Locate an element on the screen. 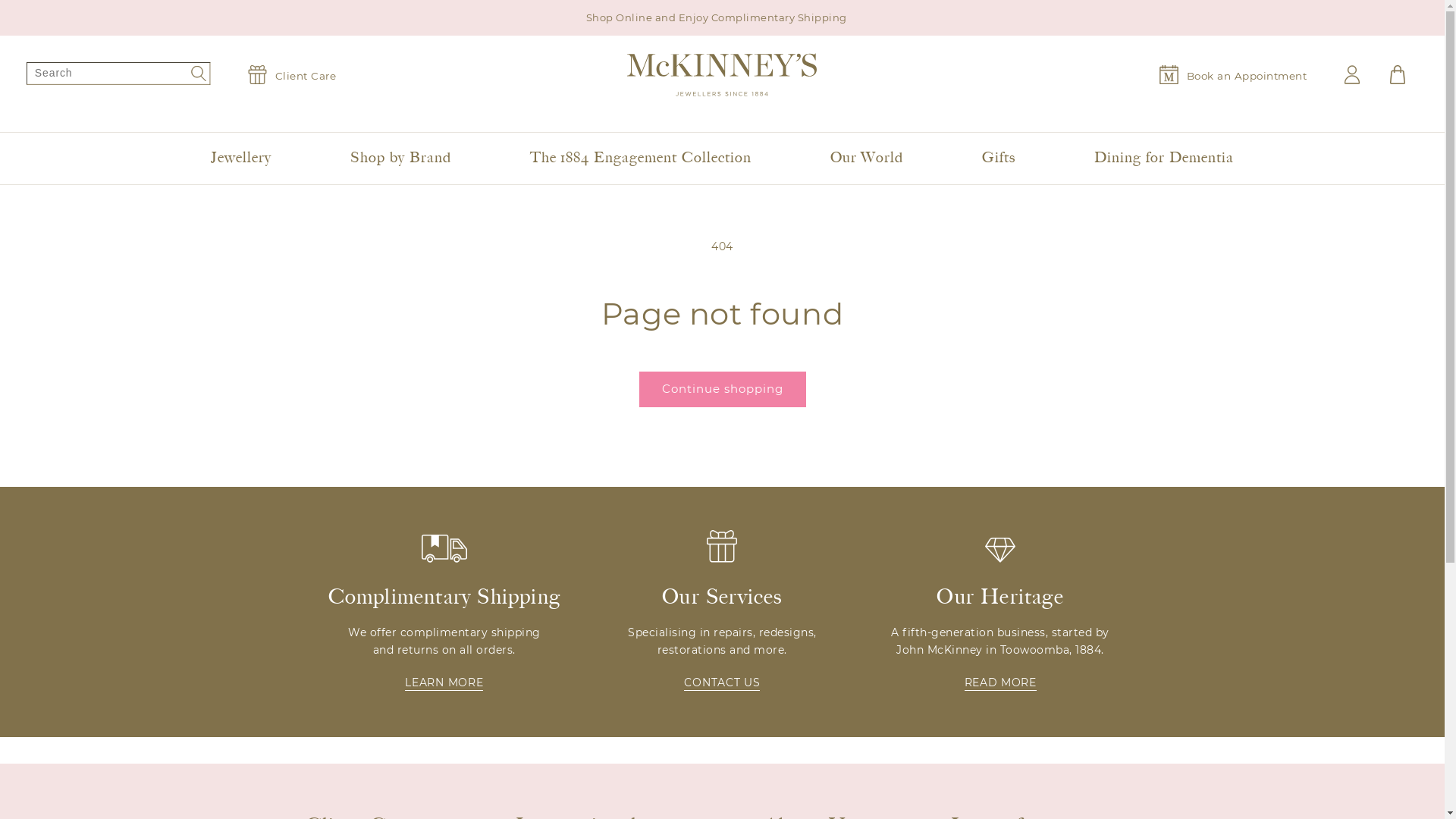  'Continue shopping' is located at coordinates (720, 388).